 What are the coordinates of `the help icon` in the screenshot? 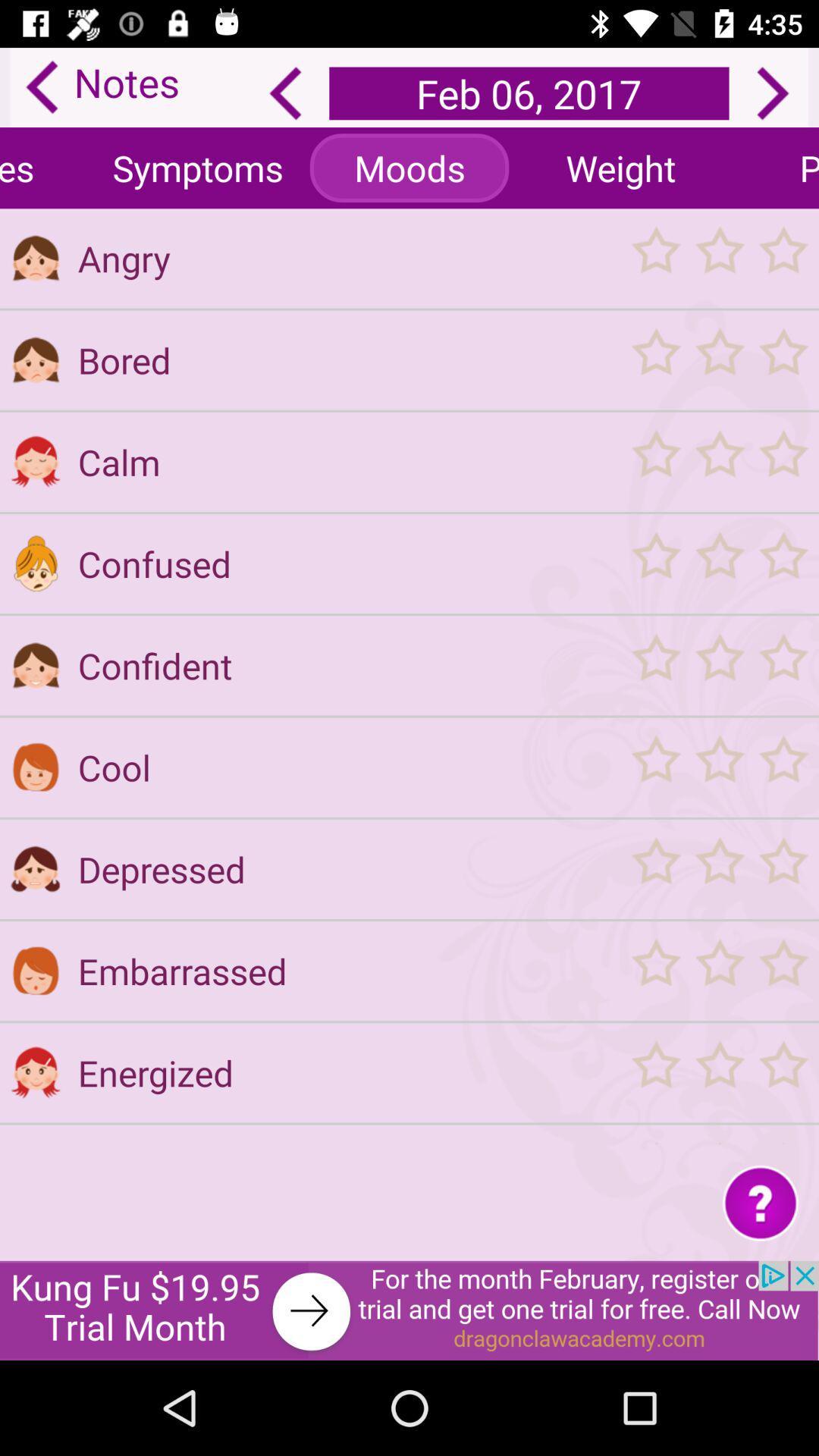 It's located at (761, 1201).